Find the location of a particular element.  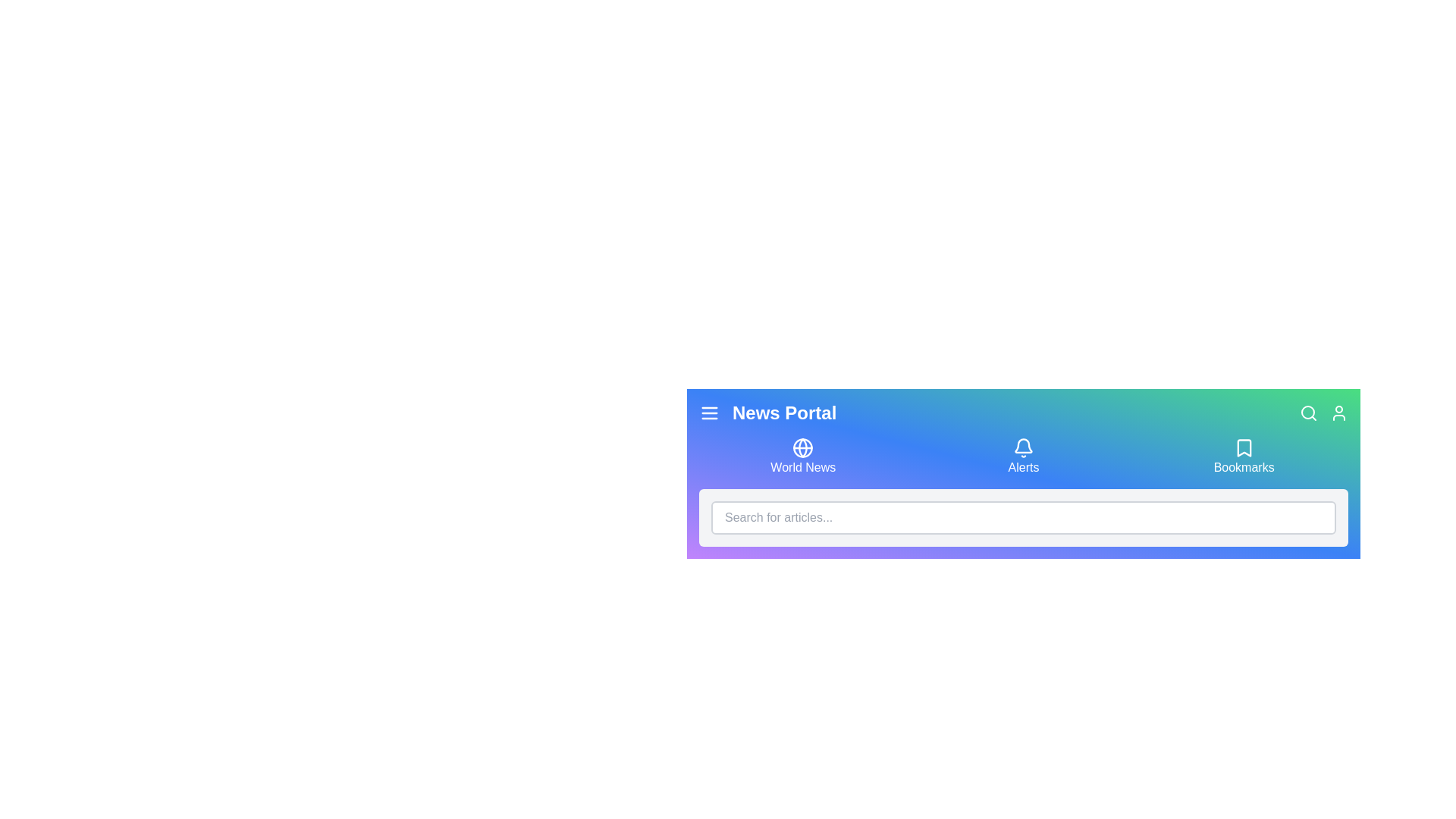

the search bar and type the query 'example query' is located at coordinates (1023, 516).